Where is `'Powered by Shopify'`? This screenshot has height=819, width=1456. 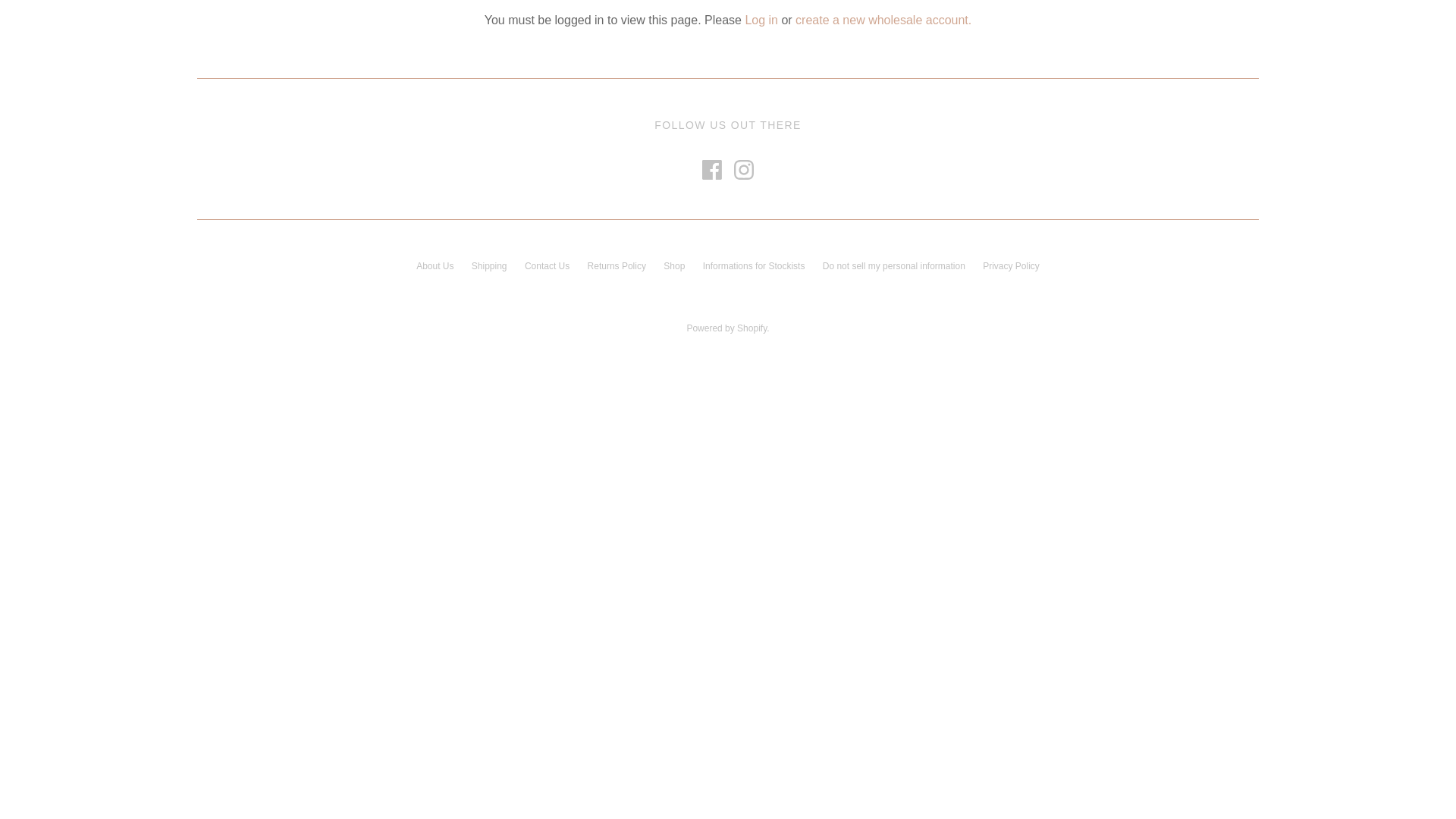 'Powered by Shopify' is located at coordinates (726, 327).